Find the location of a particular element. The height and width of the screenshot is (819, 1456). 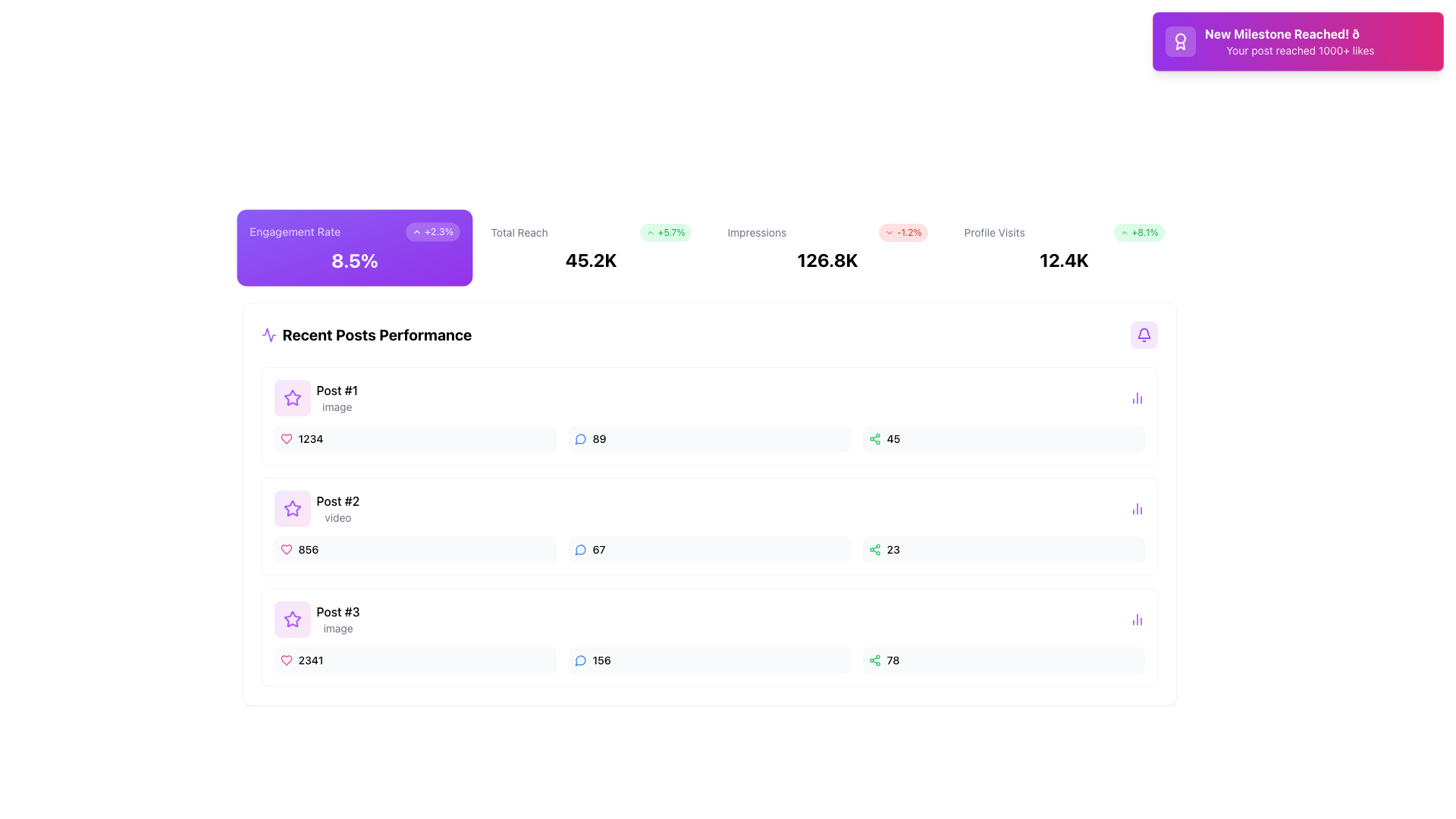

the Information Display Row that shows the title 'Total Reach' and the metric '+5.7%' located in the topmost horizontal row of the card is located at coordinates (590, 233).